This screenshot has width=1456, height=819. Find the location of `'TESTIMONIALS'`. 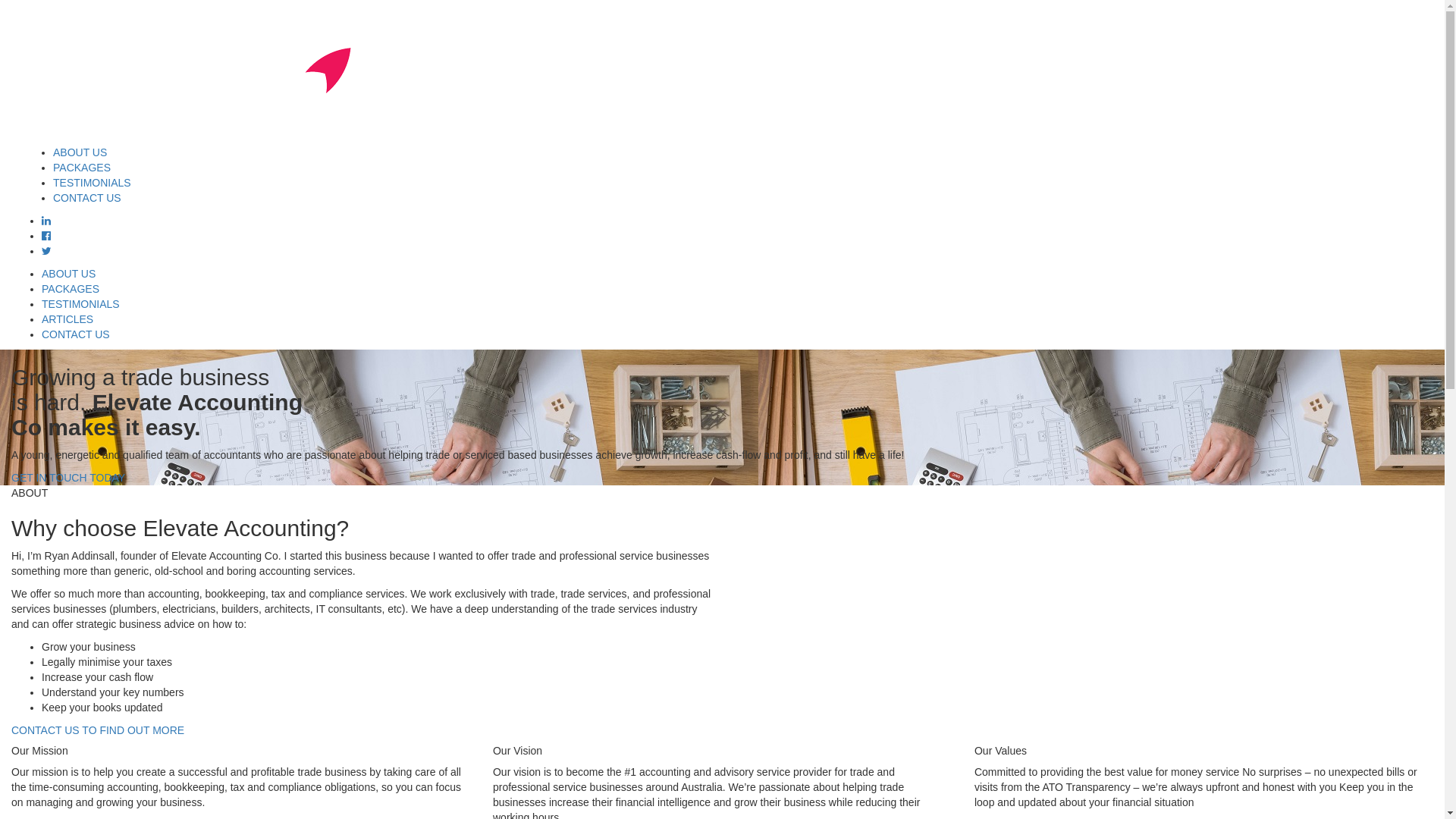

'TESTIMONIALS' is located at coordinates (91, 181).